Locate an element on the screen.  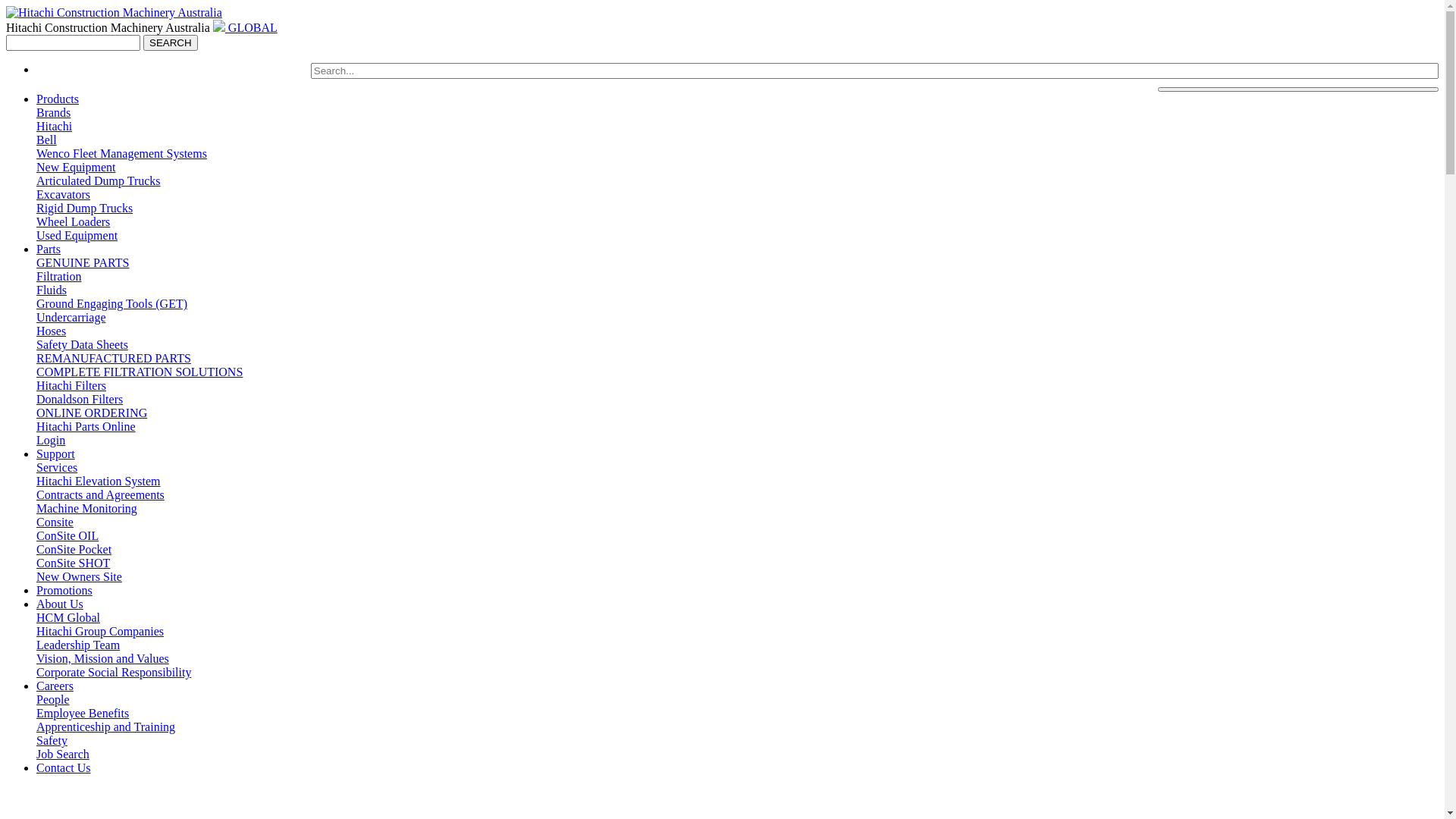
'Bell' is located at coordinates (46, 140).